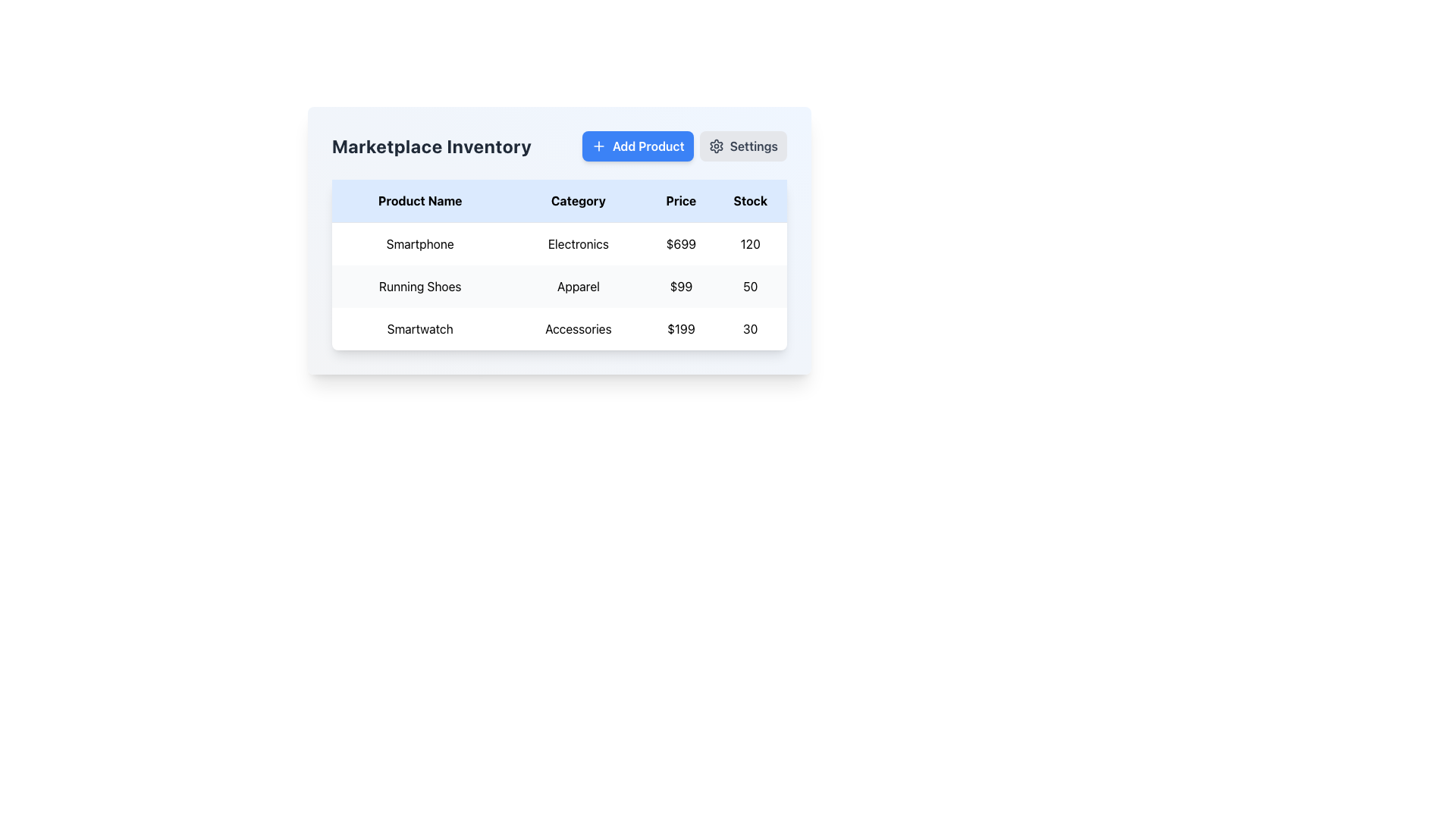 This screenshot has height=819, width=1456. What do you see at coordinates (750, 243) in the screenshot?
I see `the text label that displays the stock quantity for the 'Smartphone' product in the inventory table, located in the 'Stock' column` at bounding box center [750, 243].